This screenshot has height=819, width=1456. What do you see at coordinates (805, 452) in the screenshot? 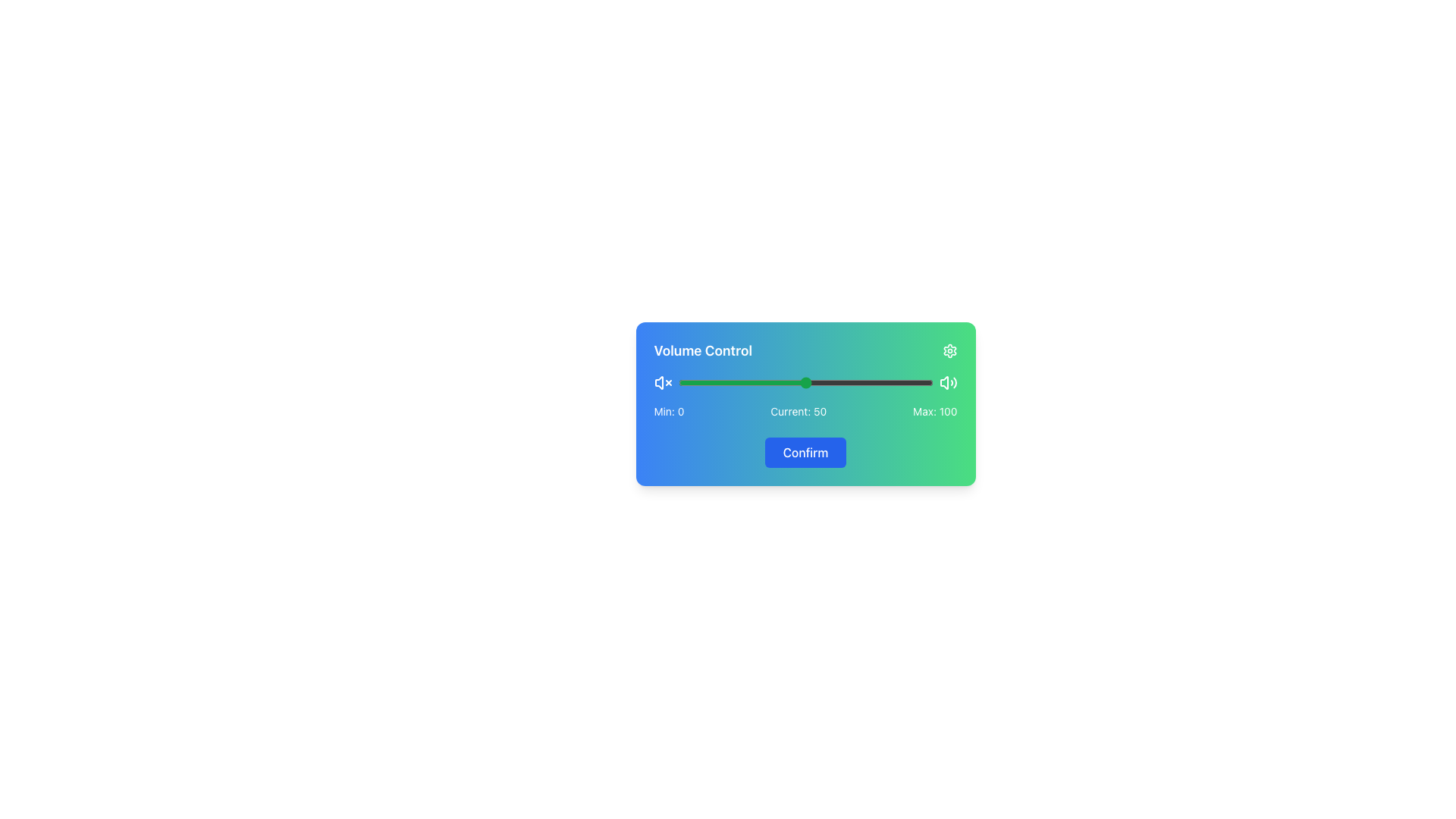
I see `the rectangular blue 'Confirm' button with rounded corners located at the bottom-center of the interactive module to confirm the current action` at bounding box center [805, 452].